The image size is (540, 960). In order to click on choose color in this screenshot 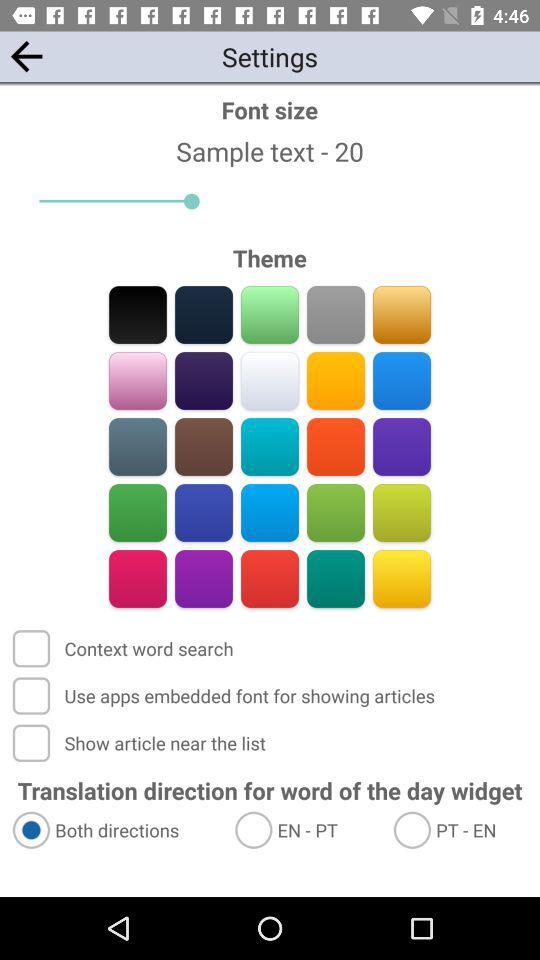, I will do `click(401, 380)`.